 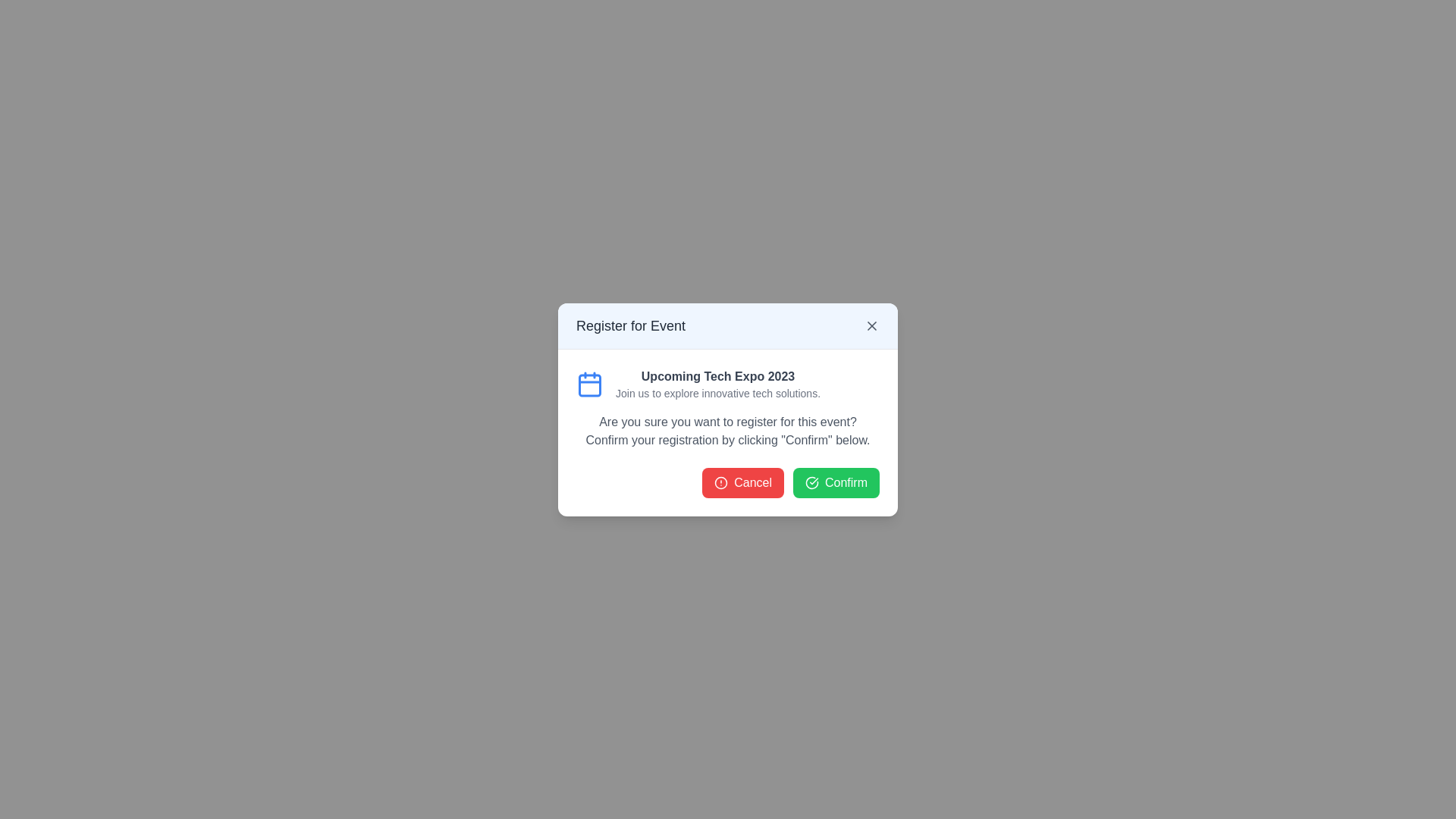 What do you see at coordinates (630, 325) in the screenshot?
I see `the static text heading that indicates the registration process for an event in the modal dialog` at bounding box center [630, 325].